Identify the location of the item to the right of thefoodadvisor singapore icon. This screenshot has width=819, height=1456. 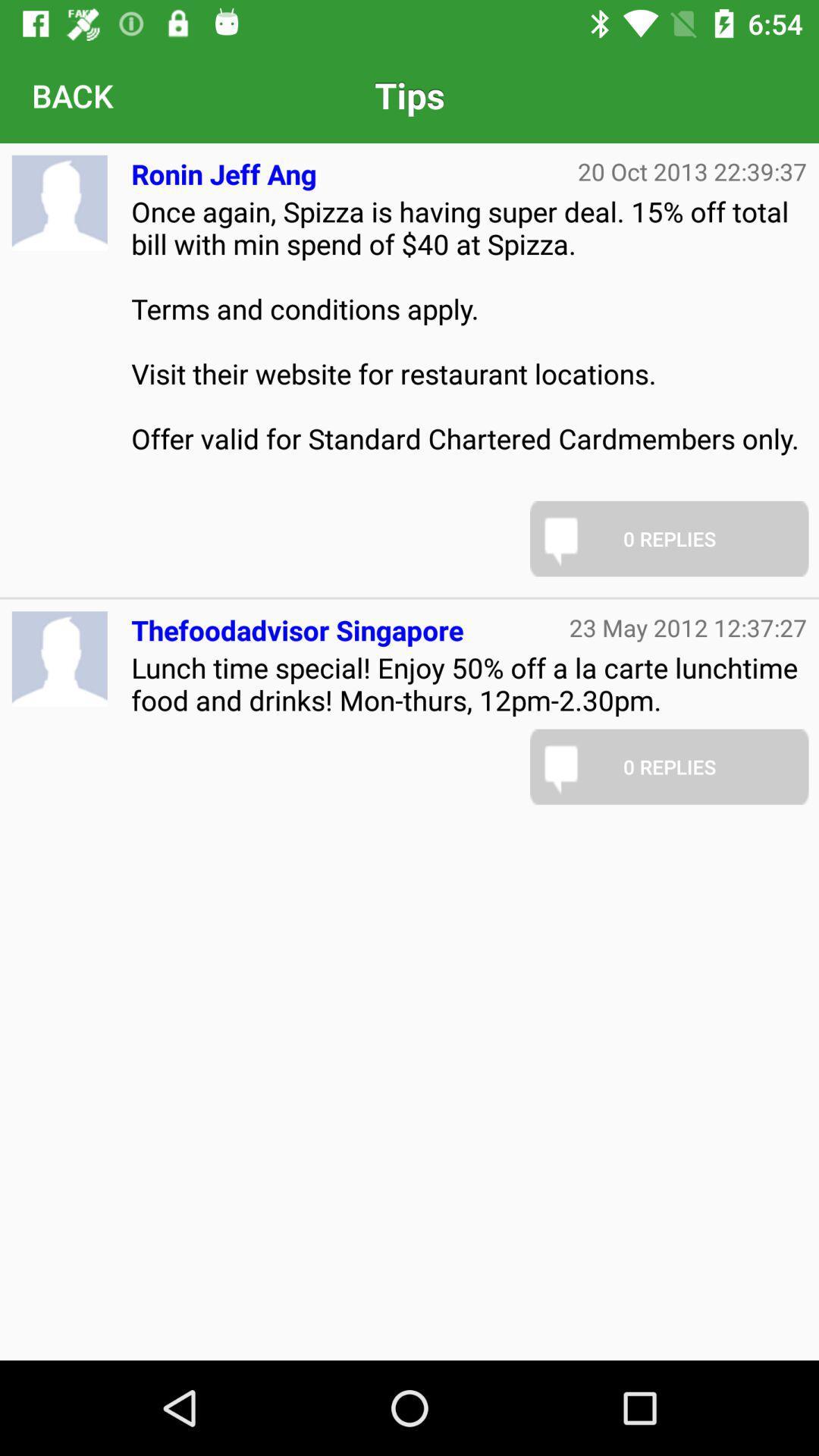
(688, 627).